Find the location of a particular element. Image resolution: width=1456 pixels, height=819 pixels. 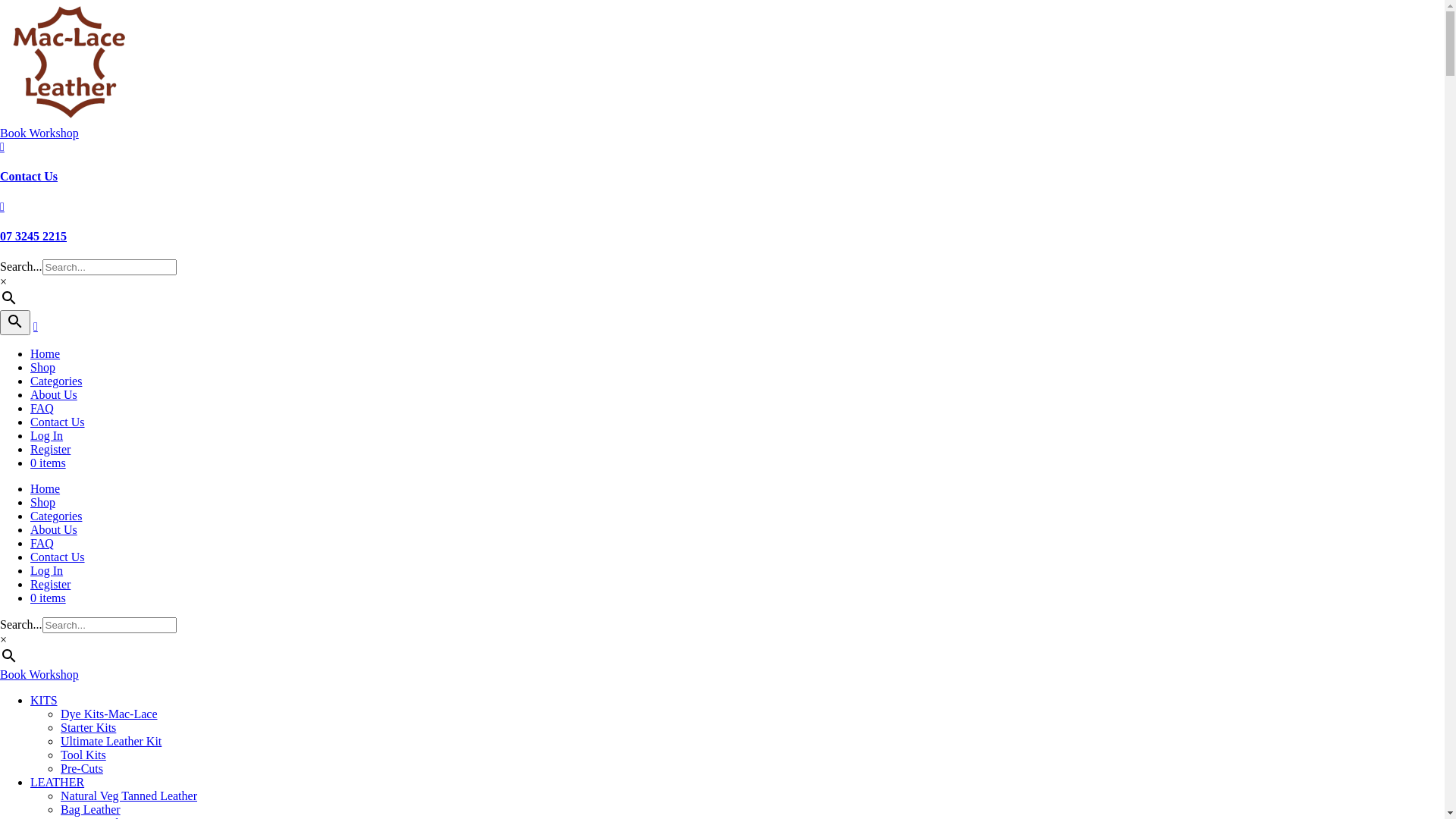

'Bag Leather' is located at coordinates (89, 808).